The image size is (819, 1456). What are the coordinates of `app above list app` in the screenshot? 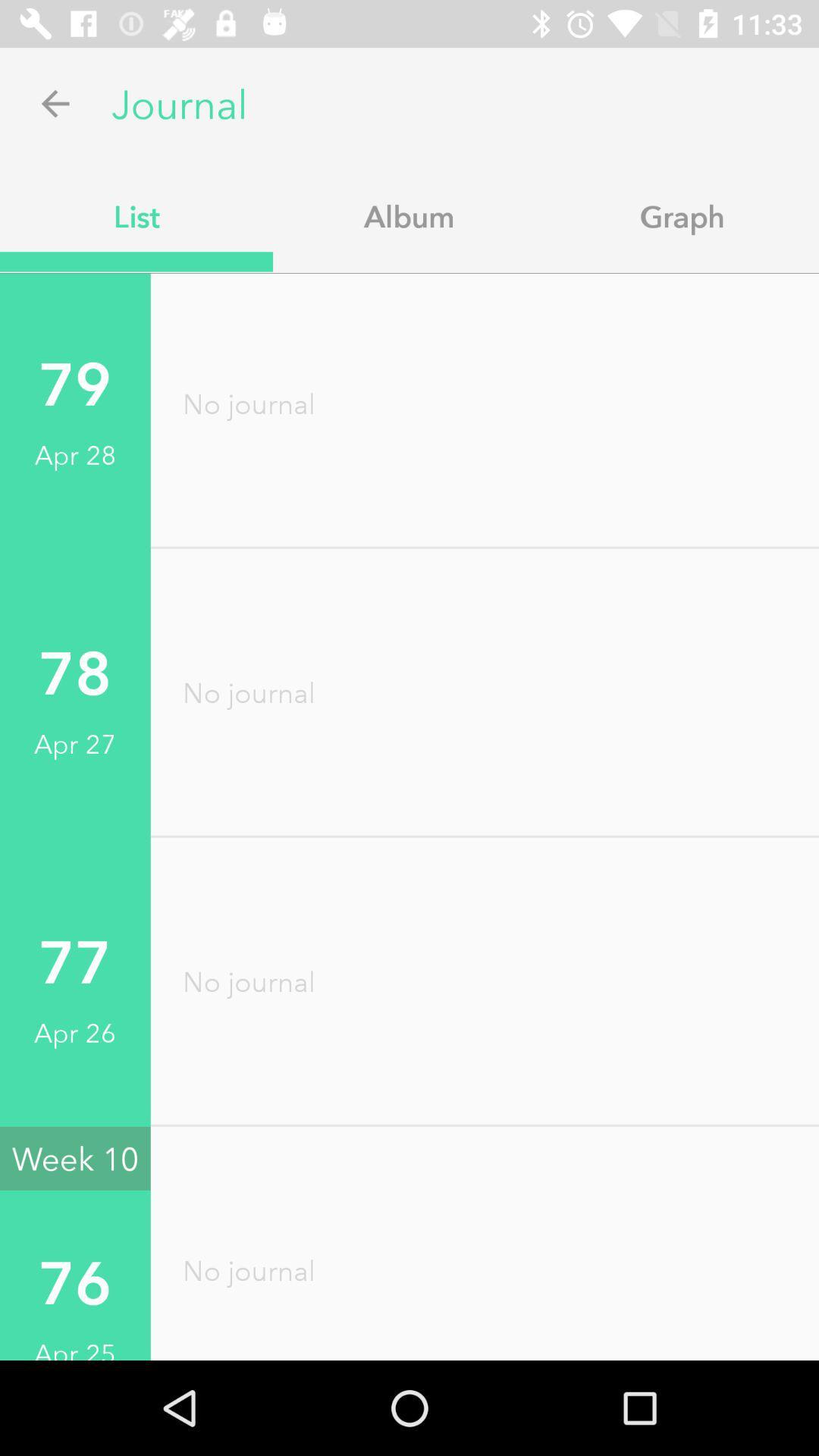 It's located at (55, 102).